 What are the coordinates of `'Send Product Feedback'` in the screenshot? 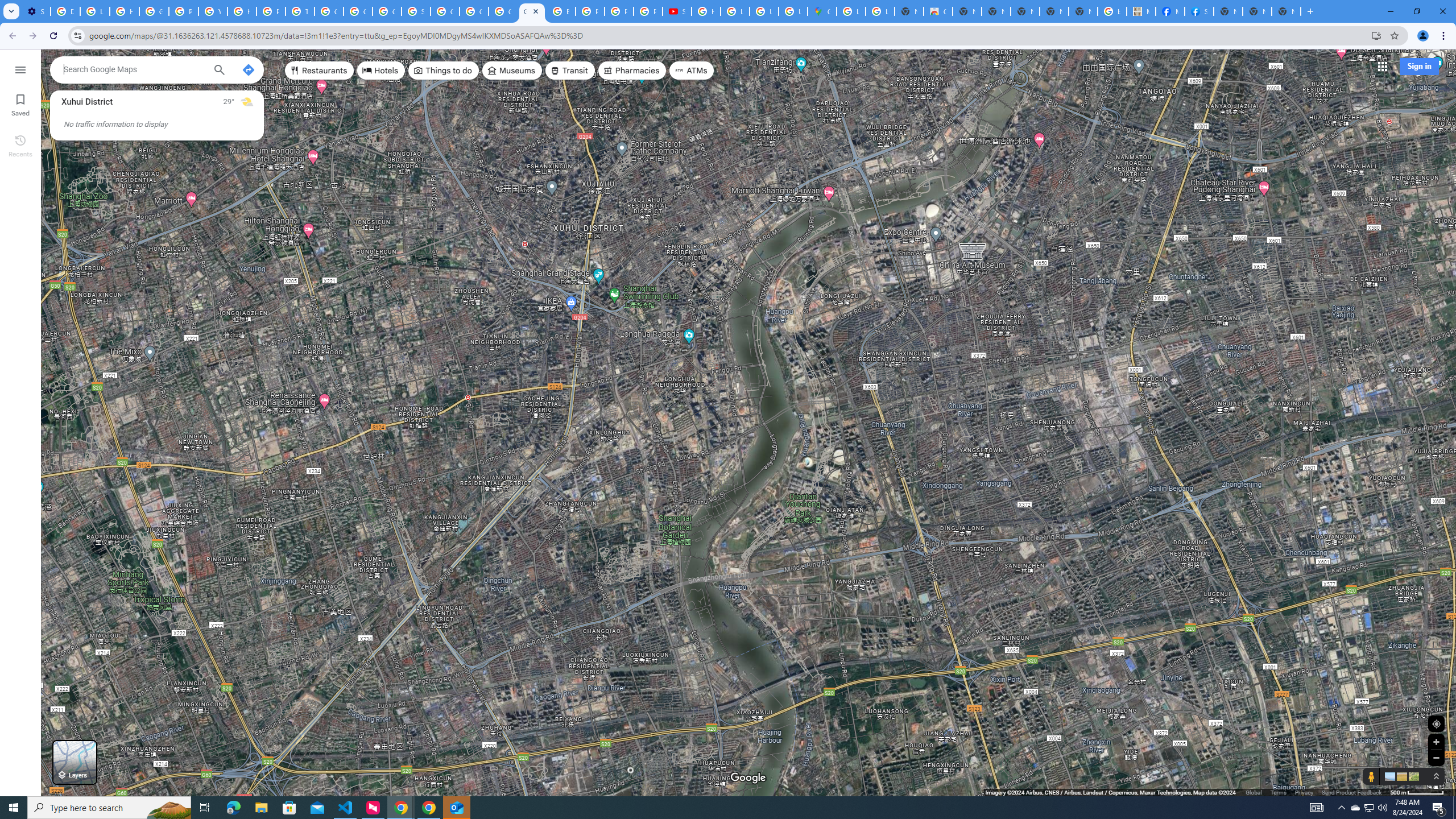 It's located at (1351, 792).